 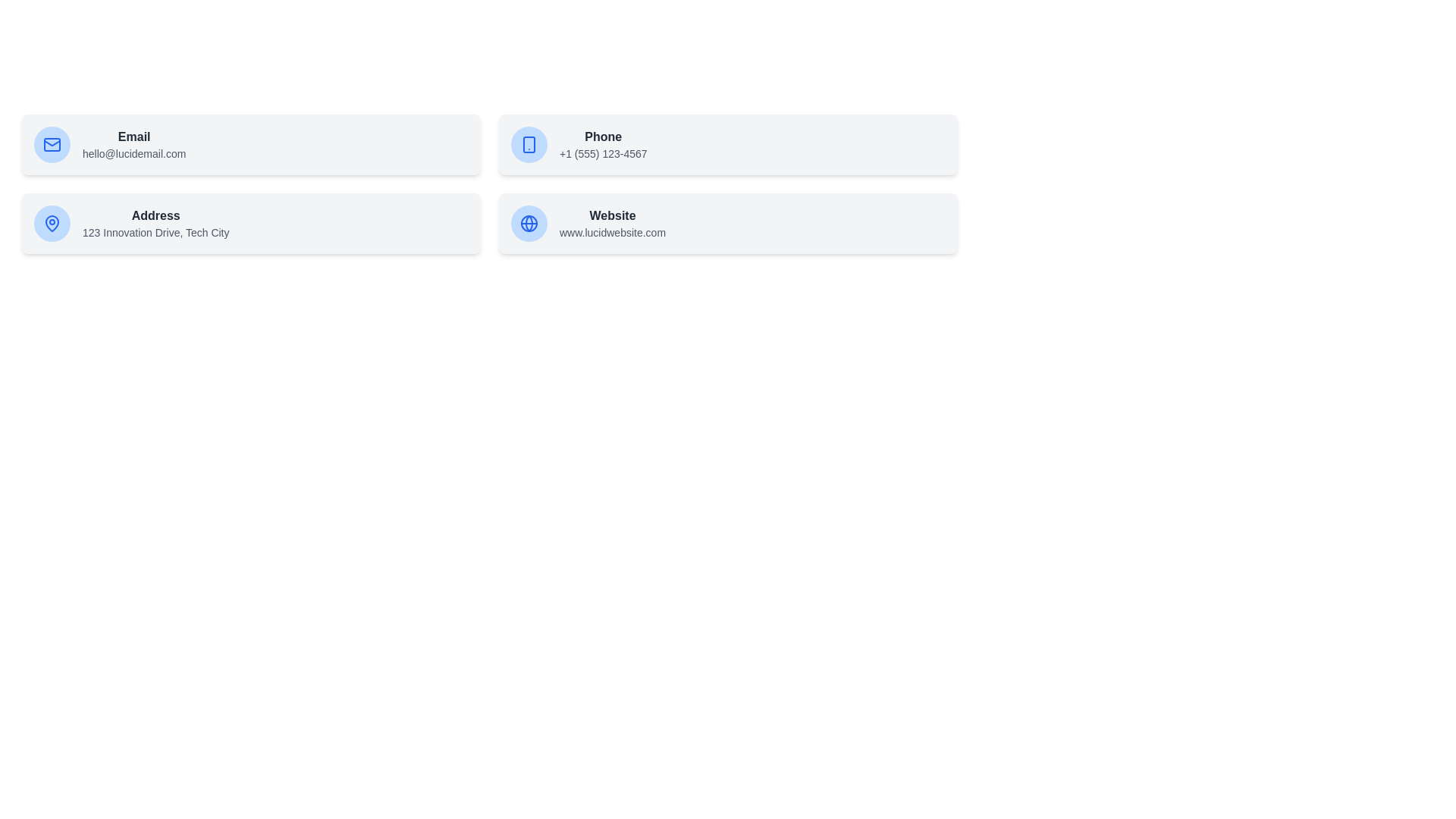 I want to click on the 'Website' text label, which is displayed in bold dark gray font and is positioned above the URL 'www.lucidwebsite.com', so click(x=612, y=216).